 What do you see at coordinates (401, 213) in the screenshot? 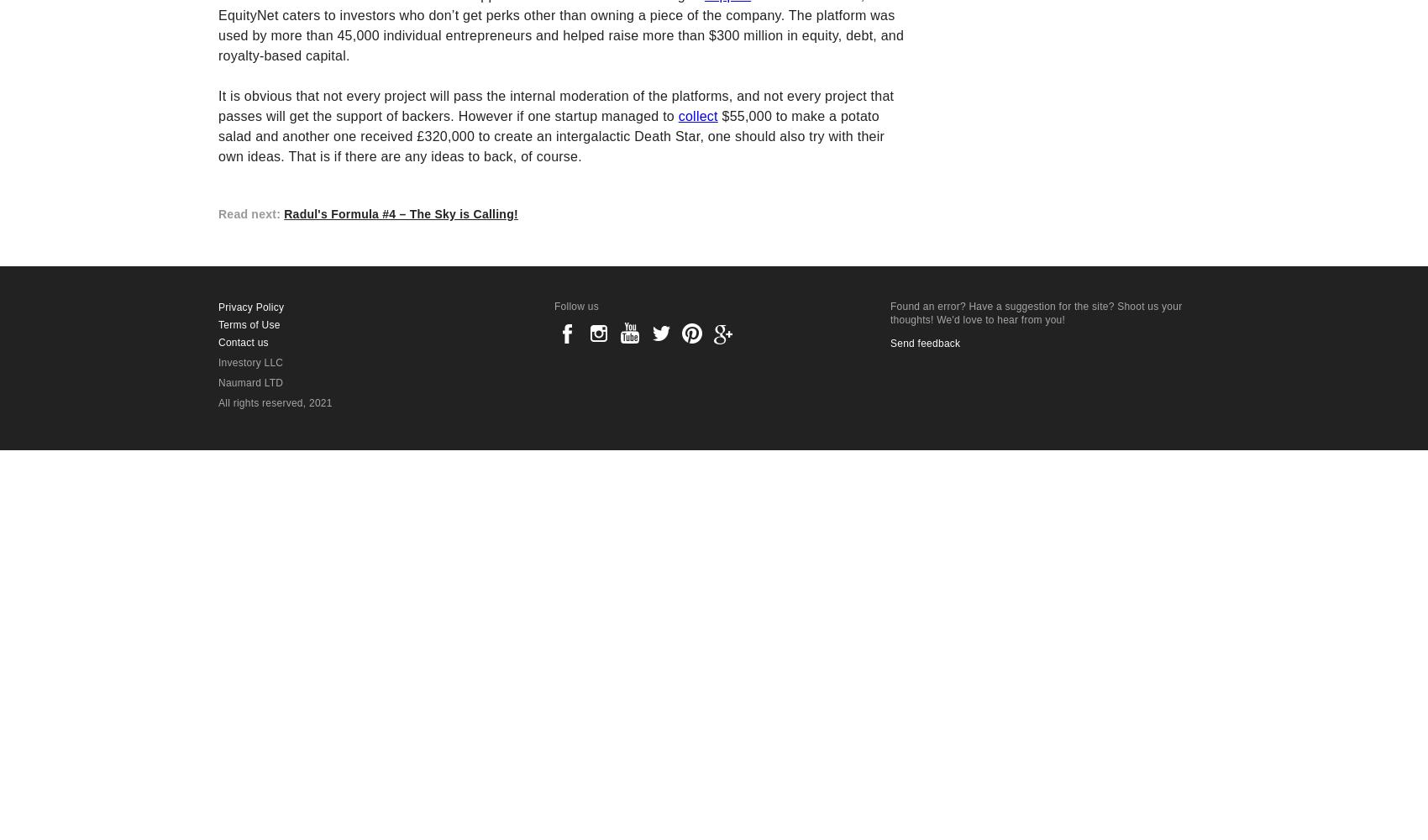
I see `'Radul's Formula #4 – The Sky is Calling!'` at bounding box center [401, 213].